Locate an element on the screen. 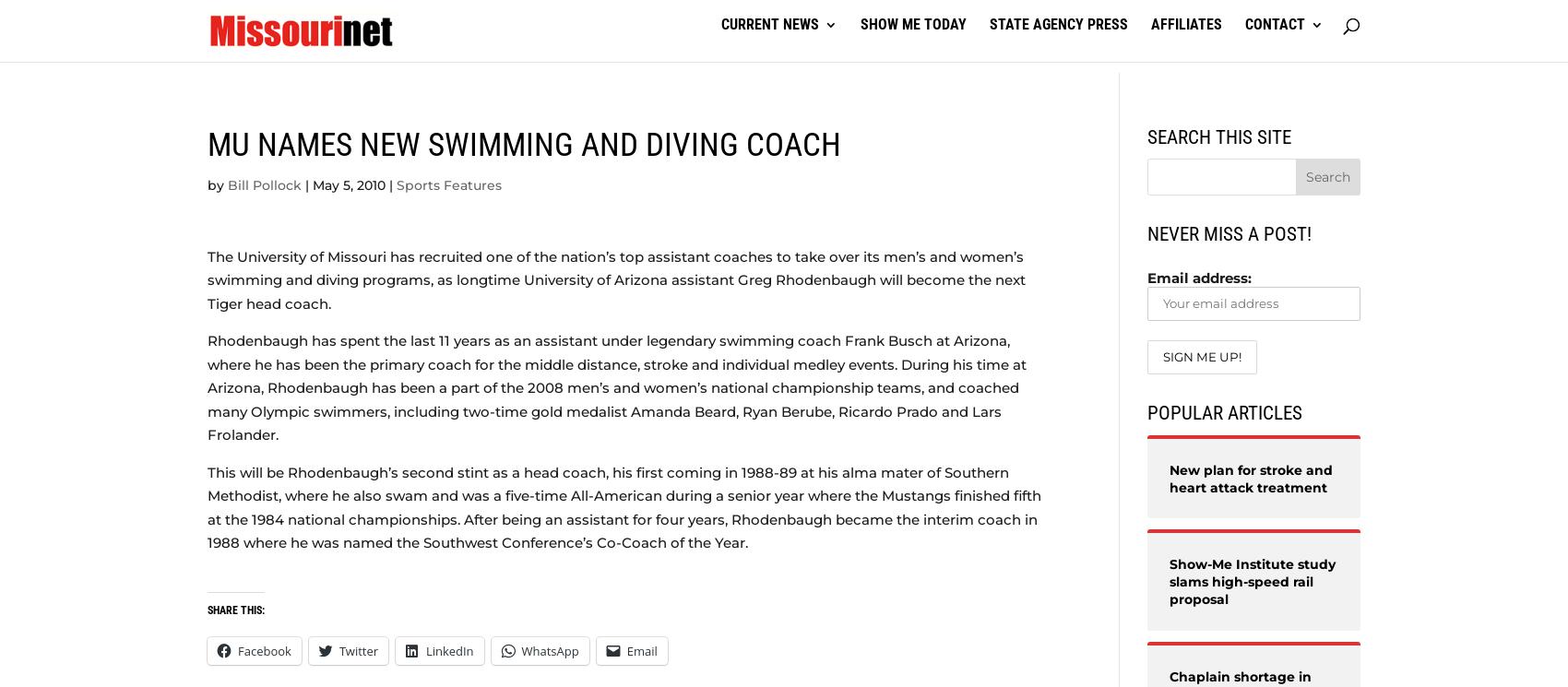  'May 5, 2010' is located at coordinates (348, 184).